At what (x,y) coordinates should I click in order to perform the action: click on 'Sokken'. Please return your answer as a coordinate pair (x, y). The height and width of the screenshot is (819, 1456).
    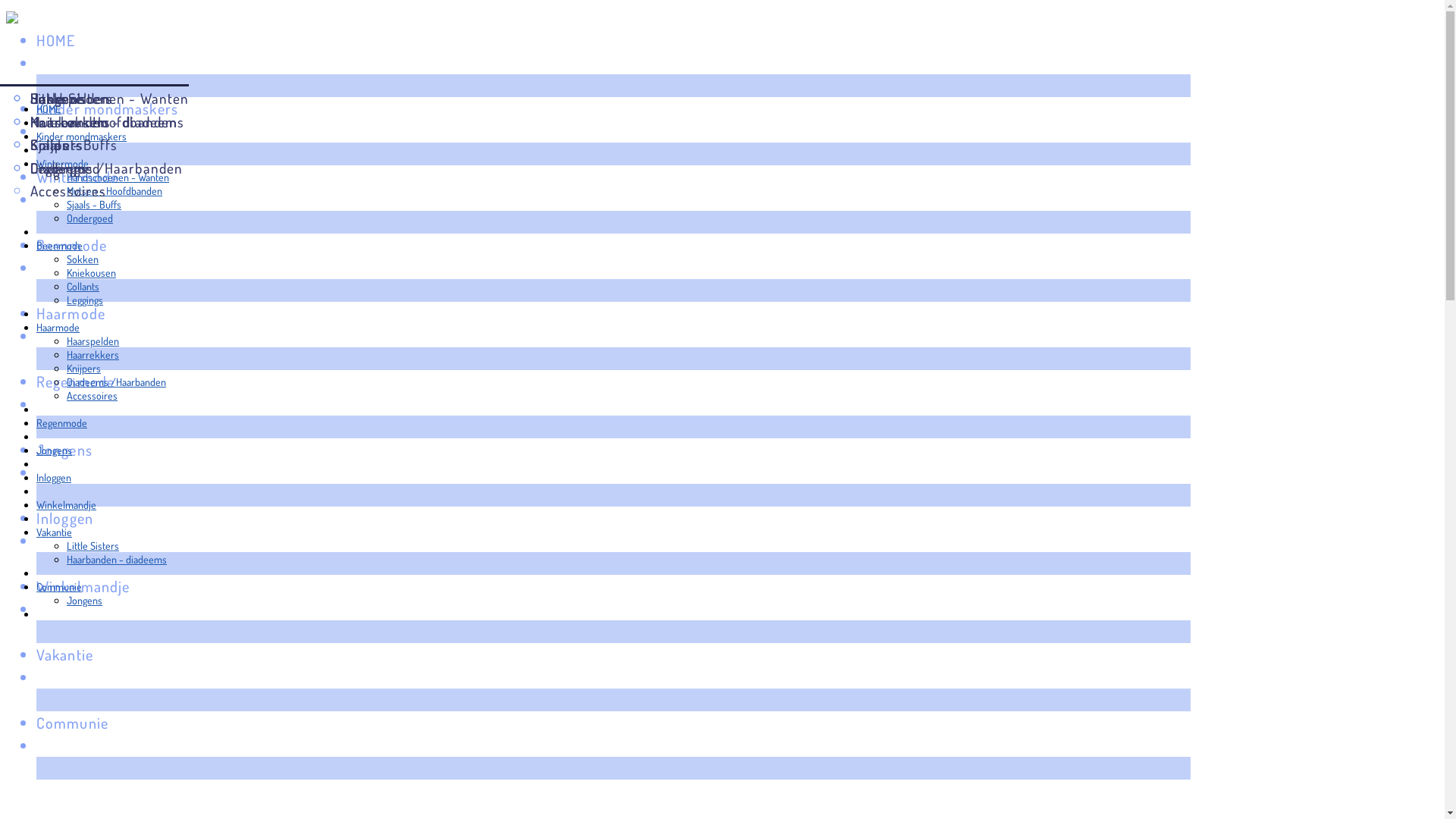
    Looking at the image, I should click on (82, 258).